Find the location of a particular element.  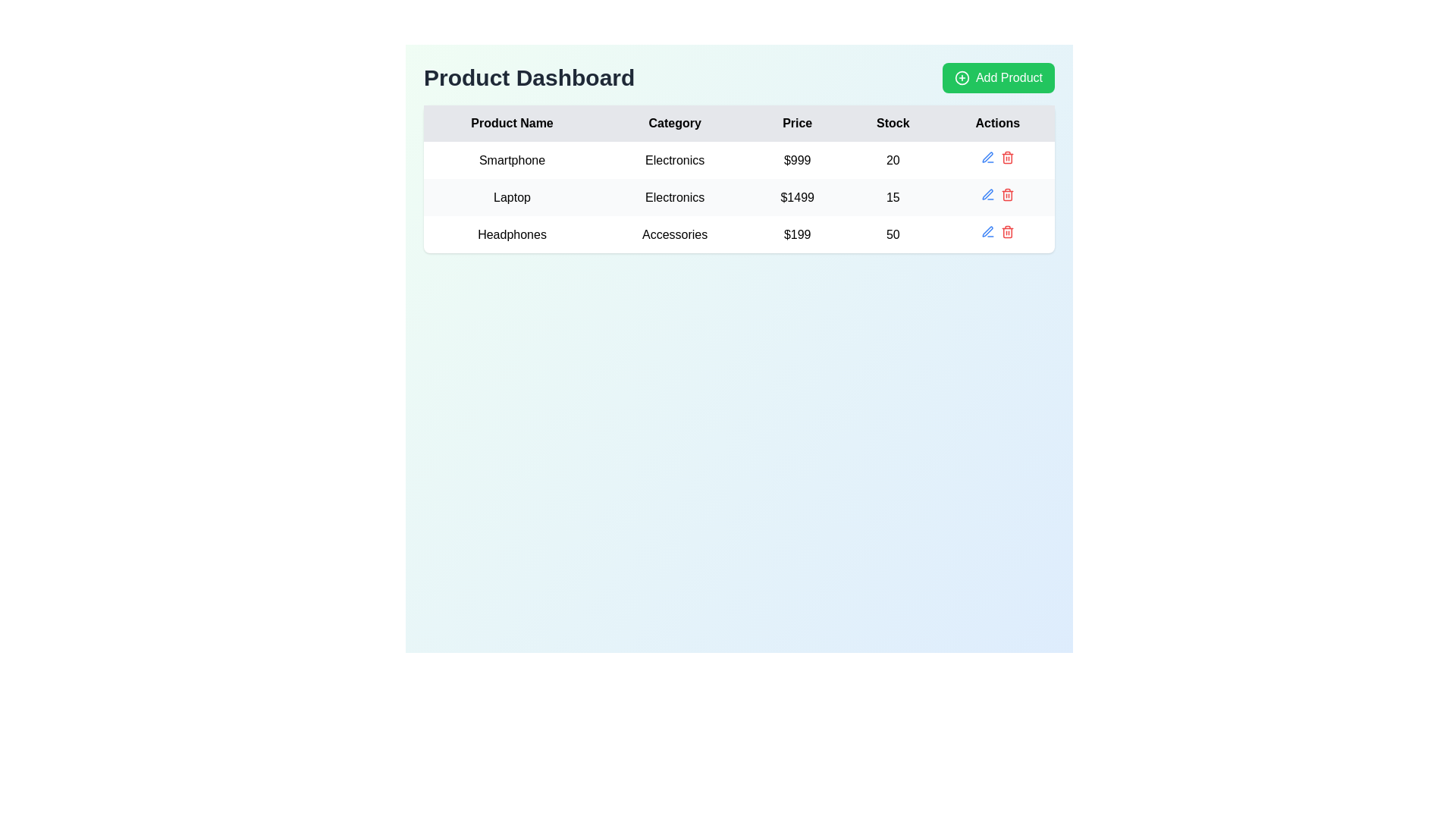

the static text displaying '20' under the 'Stock' column for the product 'Smartphone' in the data table is located at coordinates (893, 160).